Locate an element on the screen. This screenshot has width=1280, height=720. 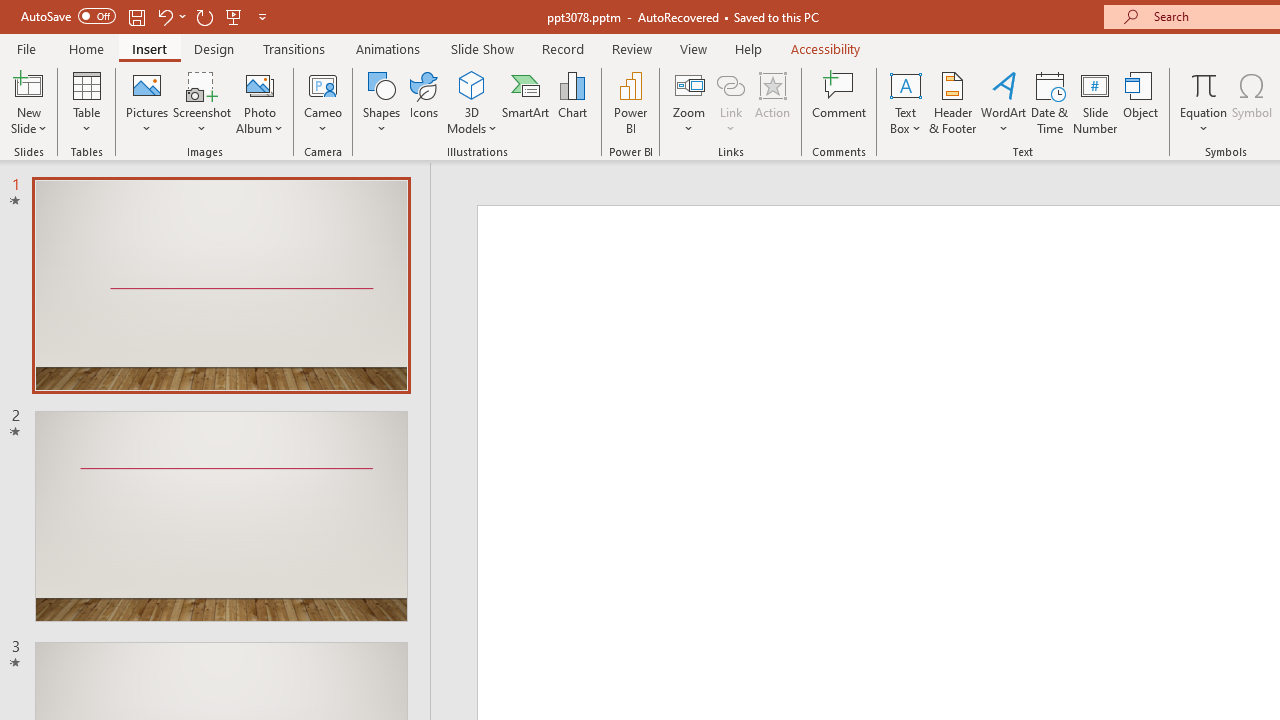
'Power BI' is located at coordinates (630, 103).